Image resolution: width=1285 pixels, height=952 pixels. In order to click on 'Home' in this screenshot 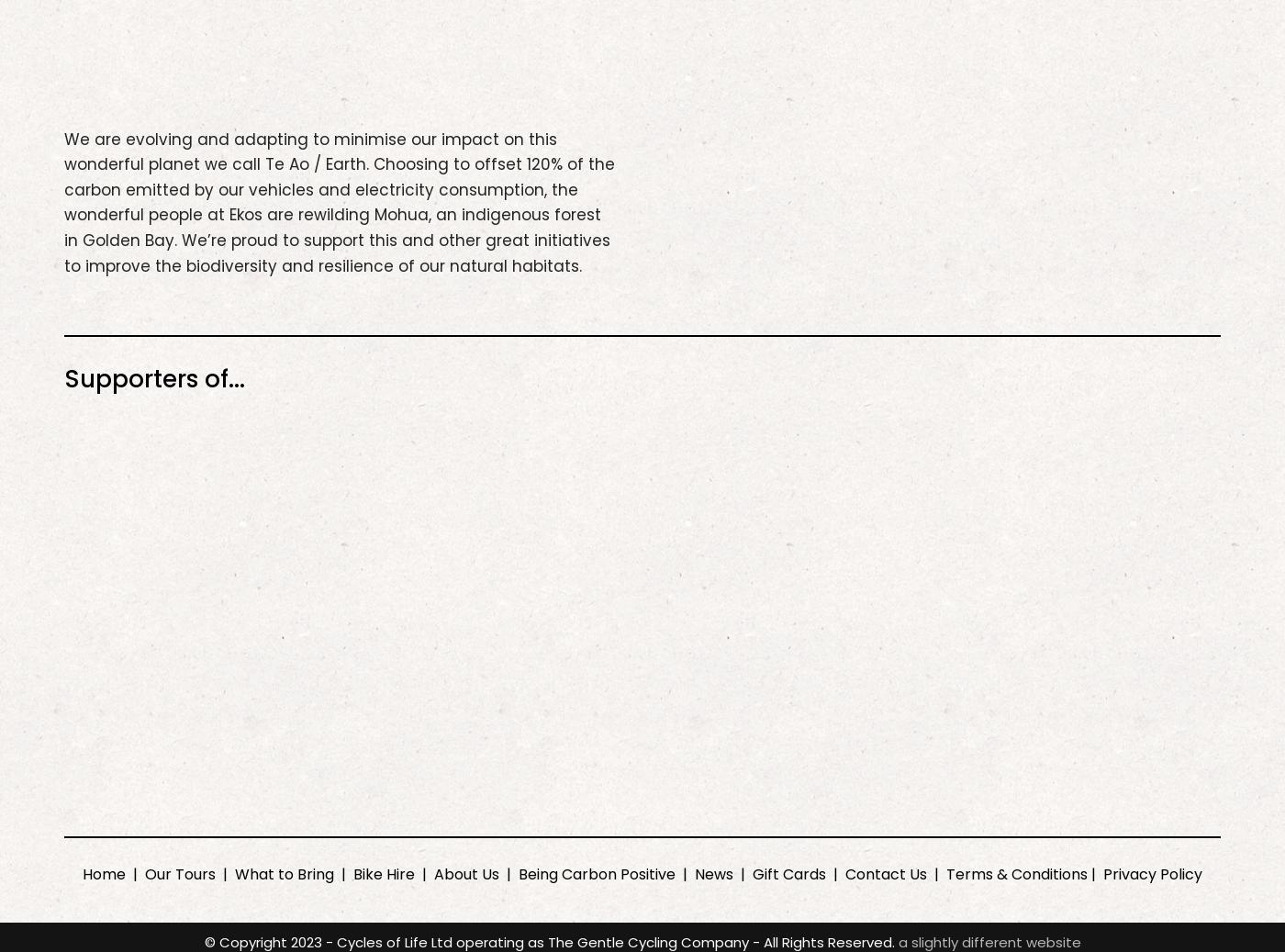, I will do `click(82, 873)`.